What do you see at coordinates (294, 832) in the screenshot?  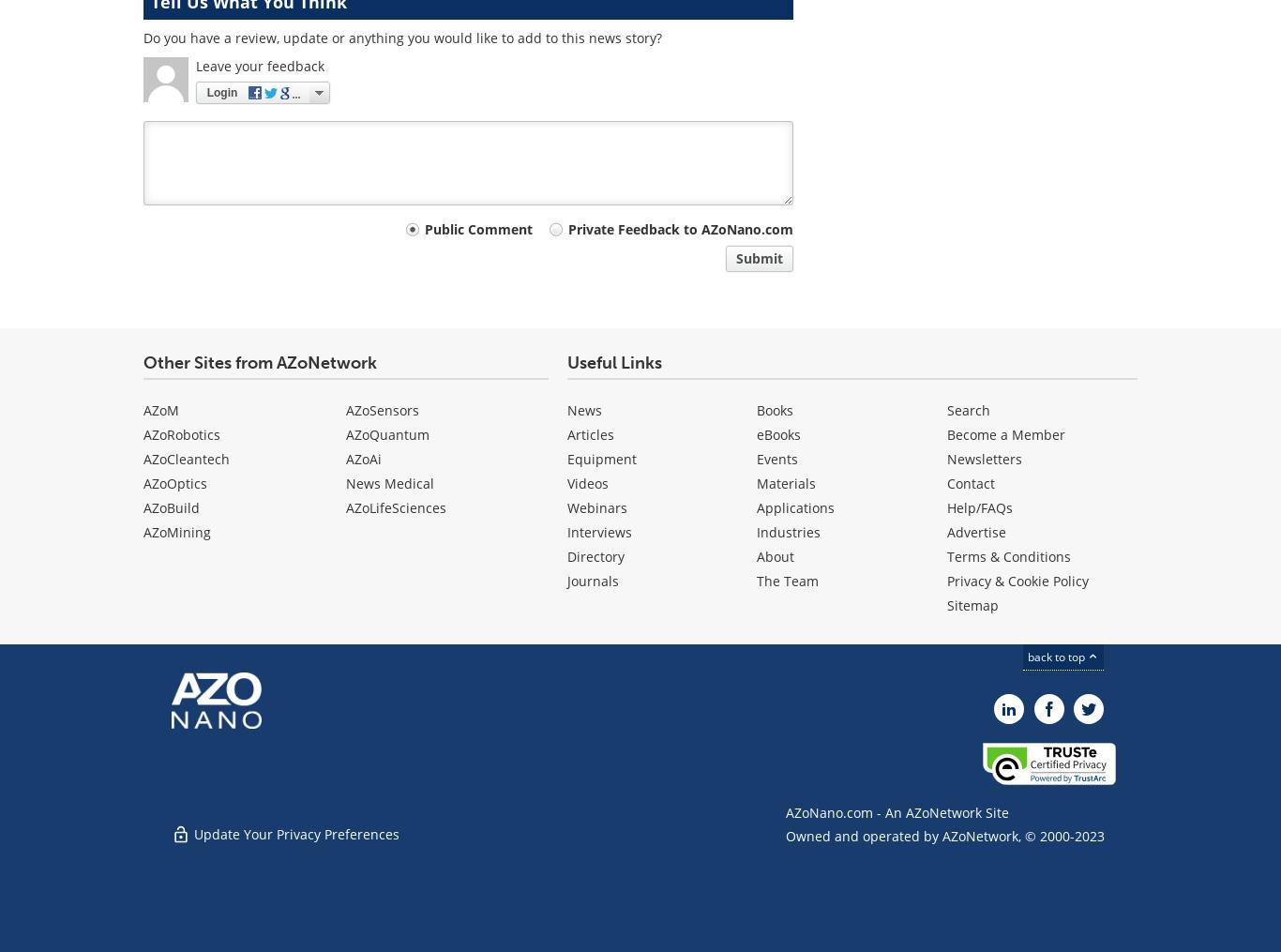 I see `'Update Your Privacy Preferences'` at bounding box center [294, 832].